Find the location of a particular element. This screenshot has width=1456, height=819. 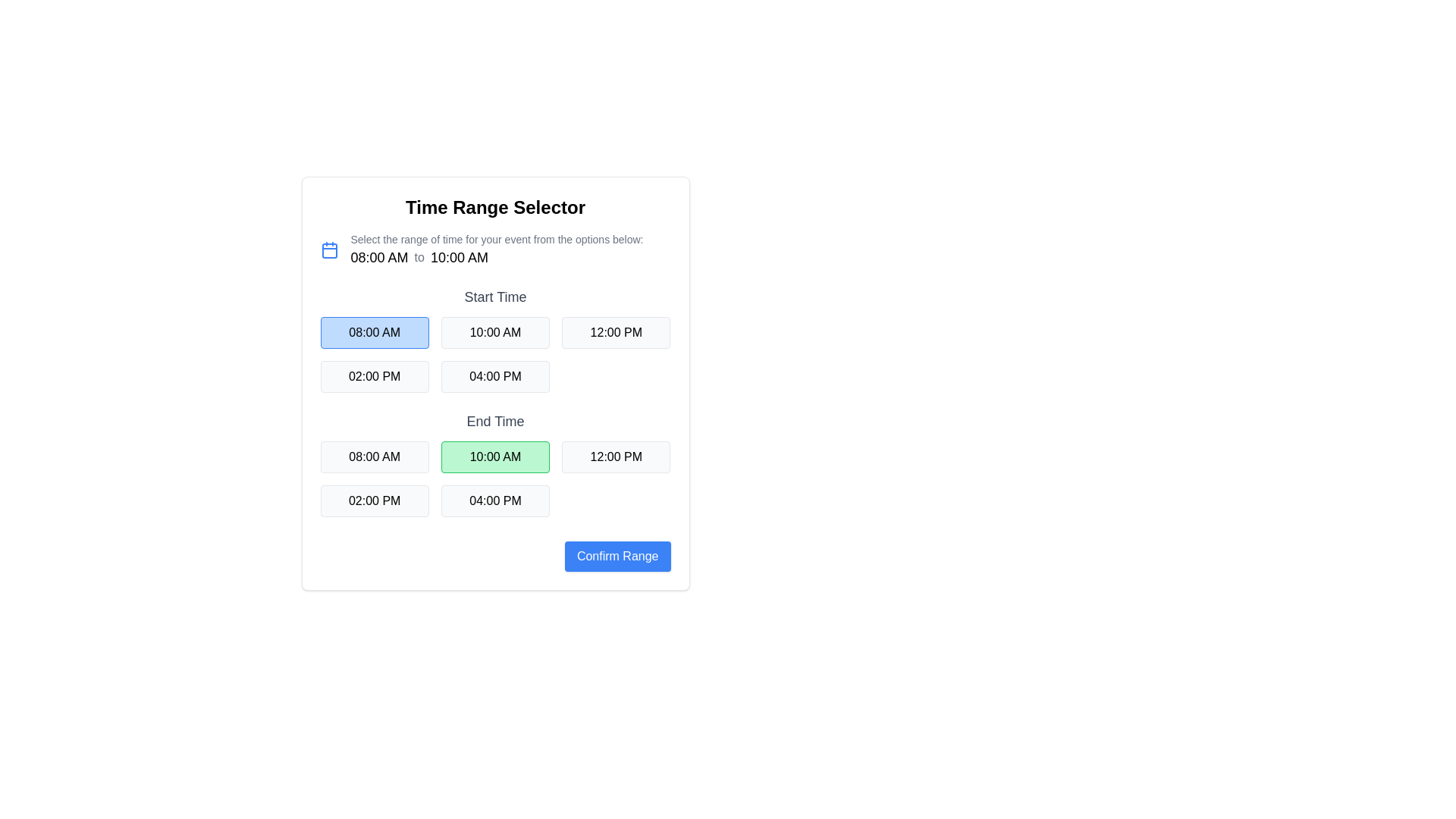

the rectangular button labeled '02:00 PM' with a light gray background is located at coordinates (375, 376).